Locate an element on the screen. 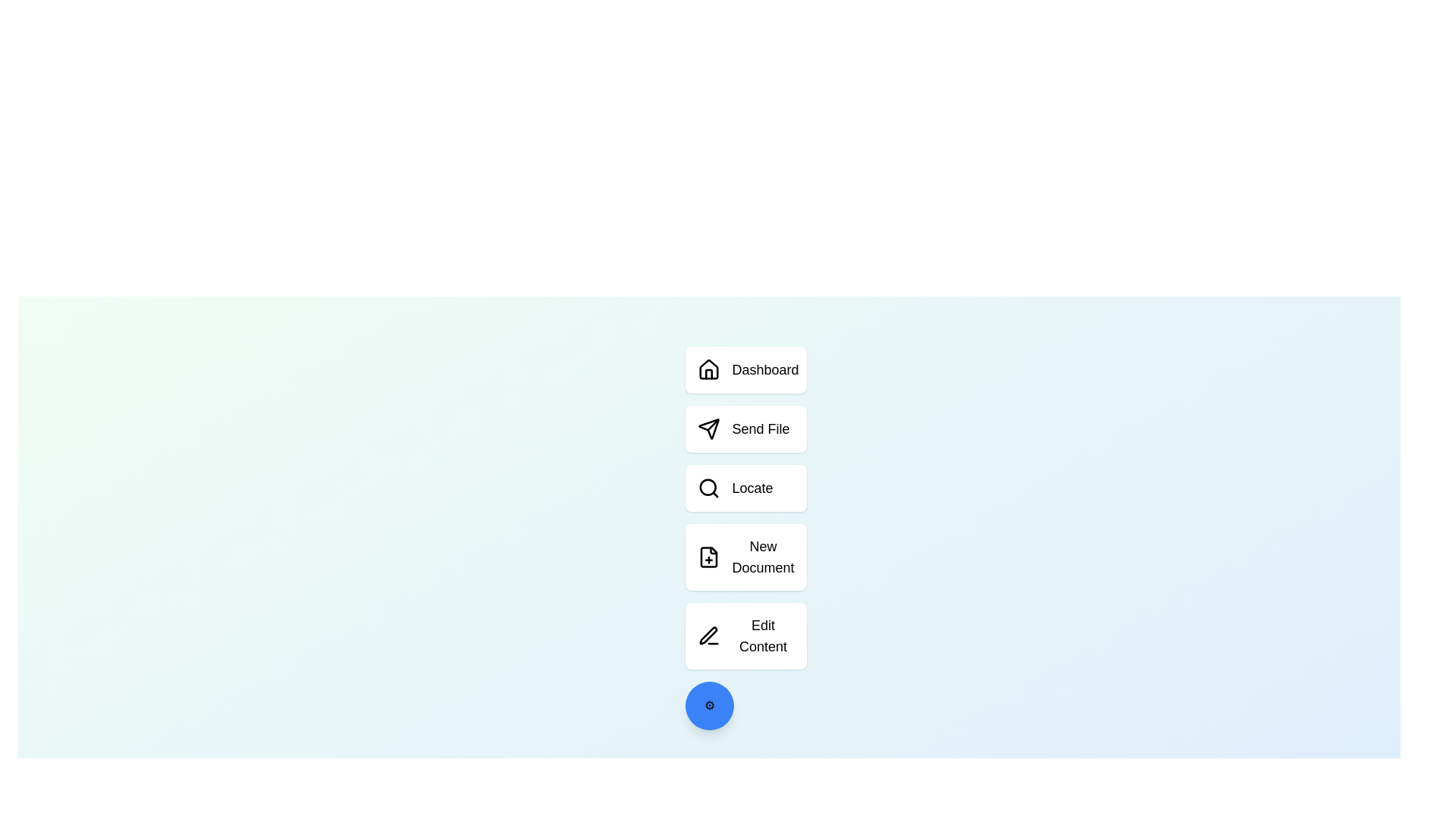 This screenshot has height=819, width=1456. the Locate button in the menu is located at coordinates (745, 488).